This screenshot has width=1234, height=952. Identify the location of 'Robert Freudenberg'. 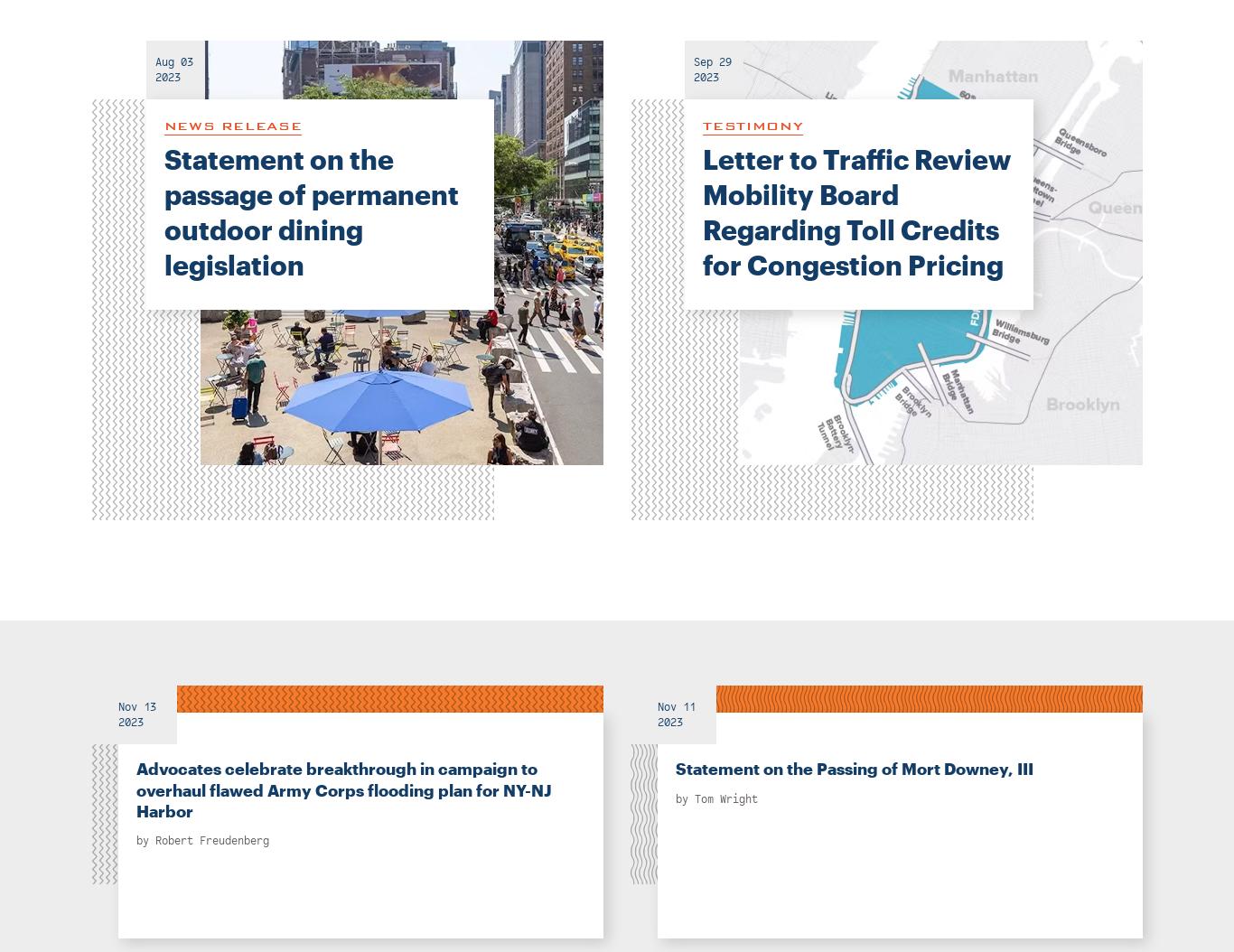
(154, 839).